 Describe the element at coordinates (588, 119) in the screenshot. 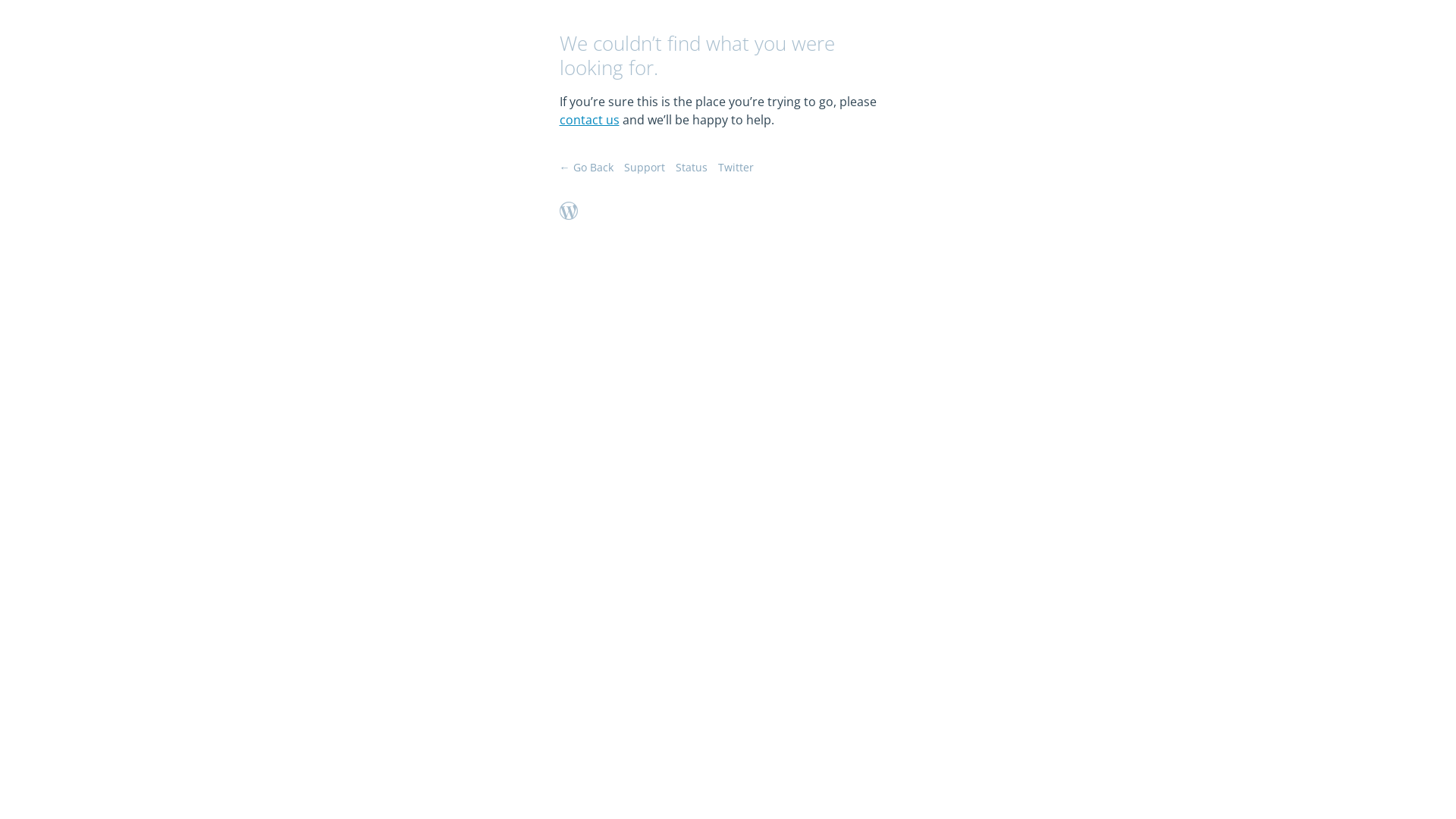

I see `'contact us'` at that location.